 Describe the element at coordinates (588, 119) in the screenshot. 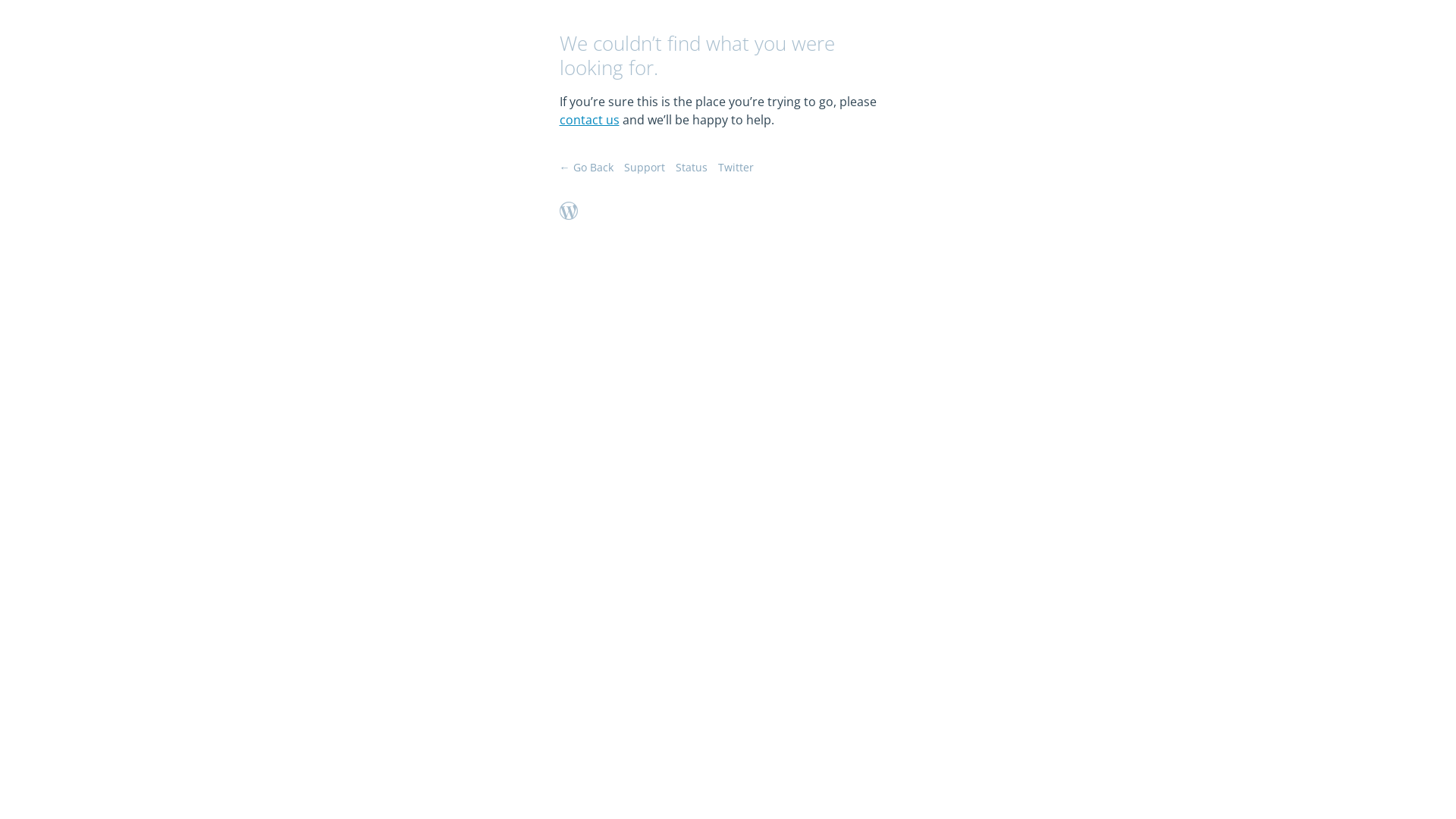

I see `'contact us'` at that location.